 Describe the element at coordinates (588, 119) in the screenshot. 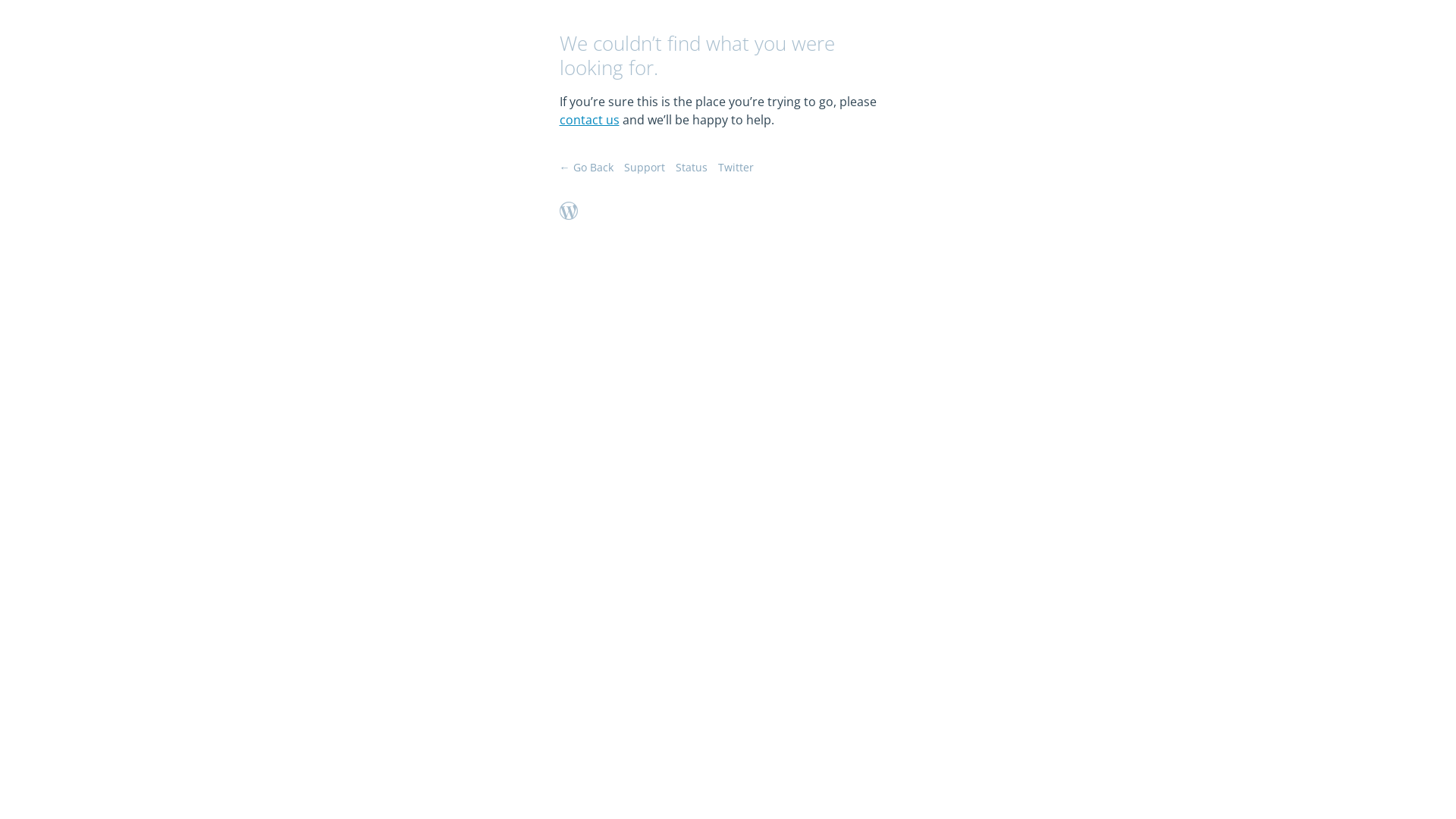

I see `'contact us'` at that location.